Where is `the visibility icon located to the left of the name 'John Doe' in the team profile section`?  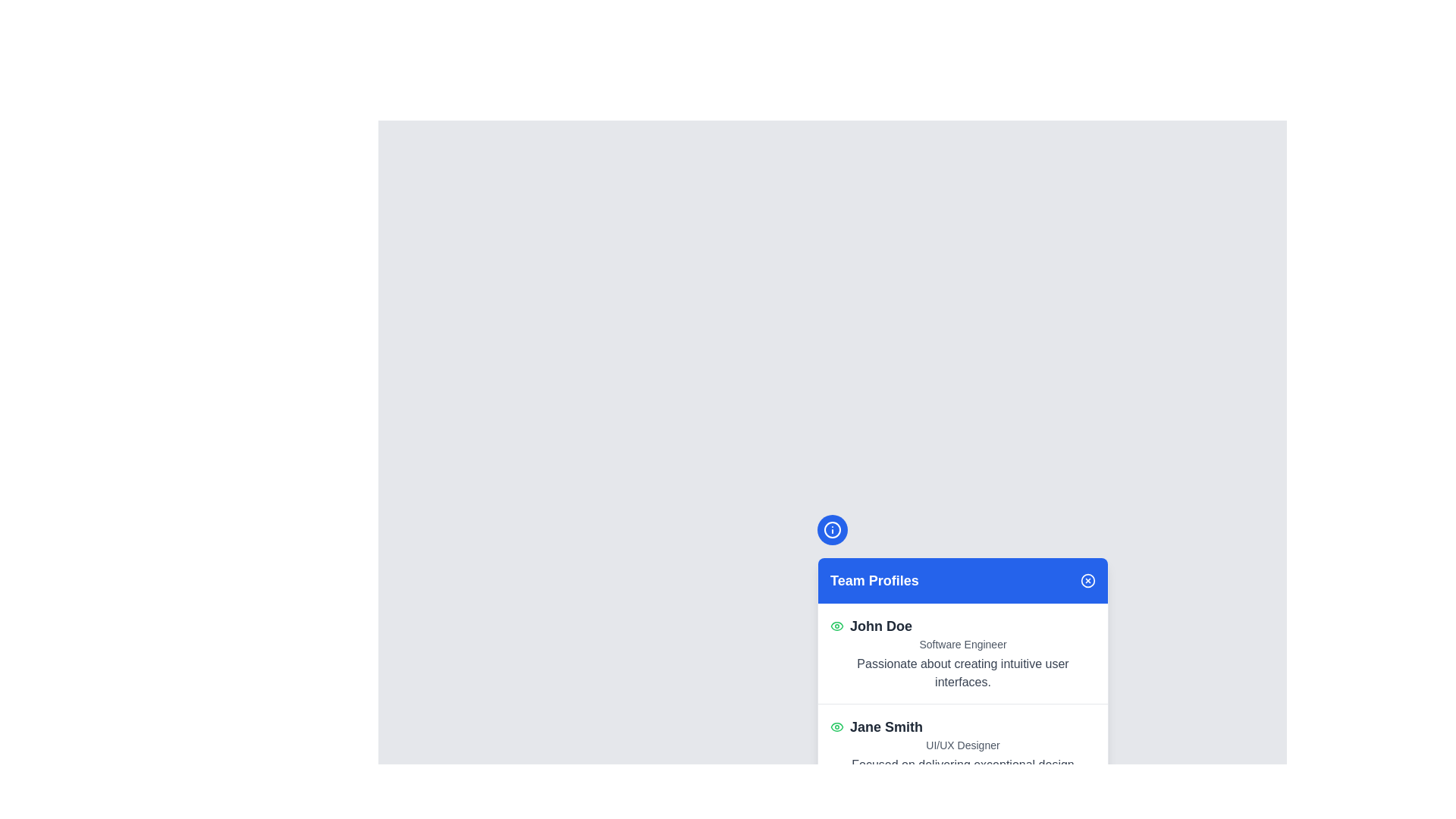 the visibility icon located to the left of the name 'John Doe' in the team profile section is located at coordinates (836, 626).